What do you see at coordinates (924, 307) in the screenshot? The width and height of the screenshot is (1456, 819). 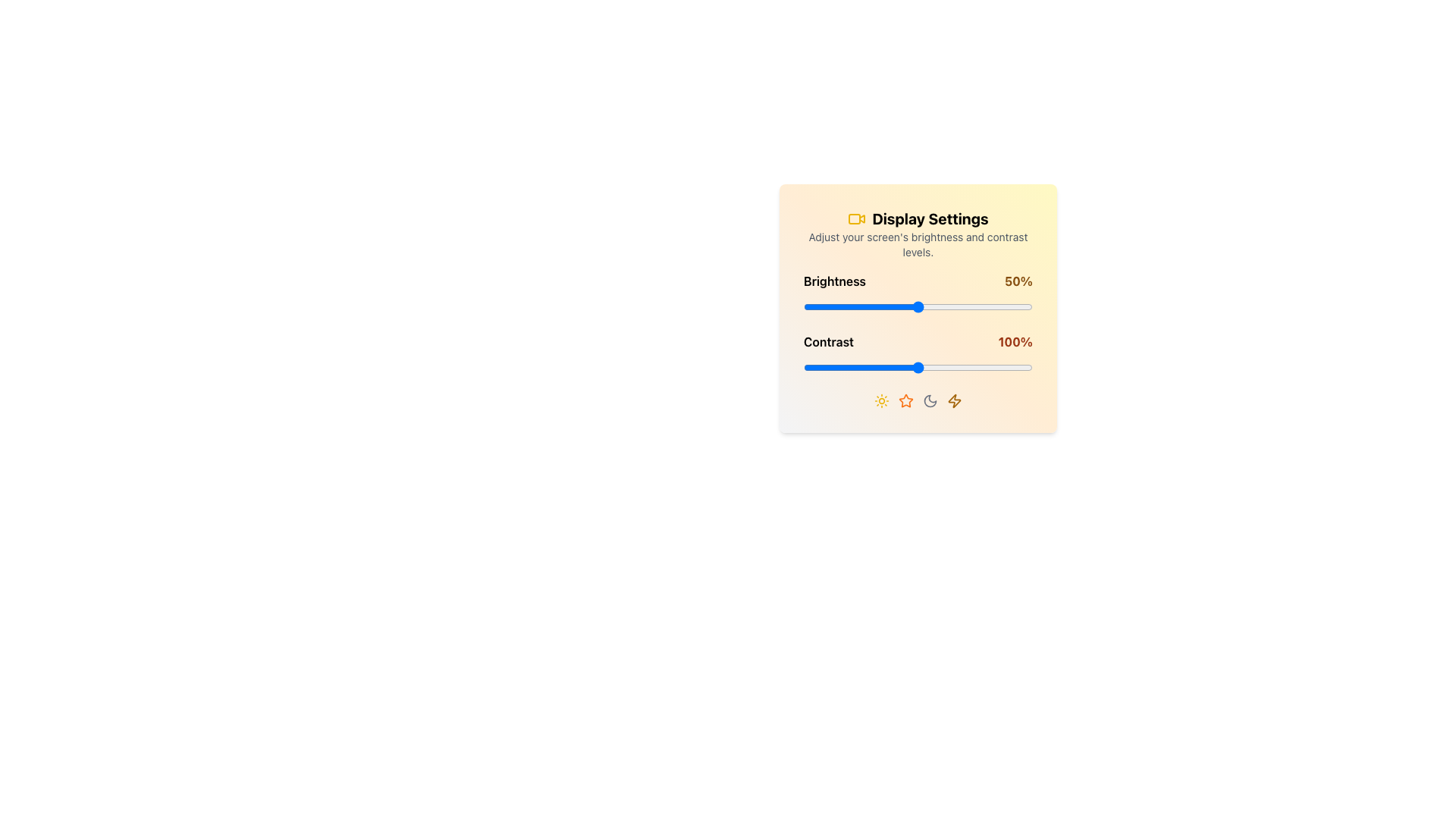 I see `the brightness` at bounding box center [924, 307].